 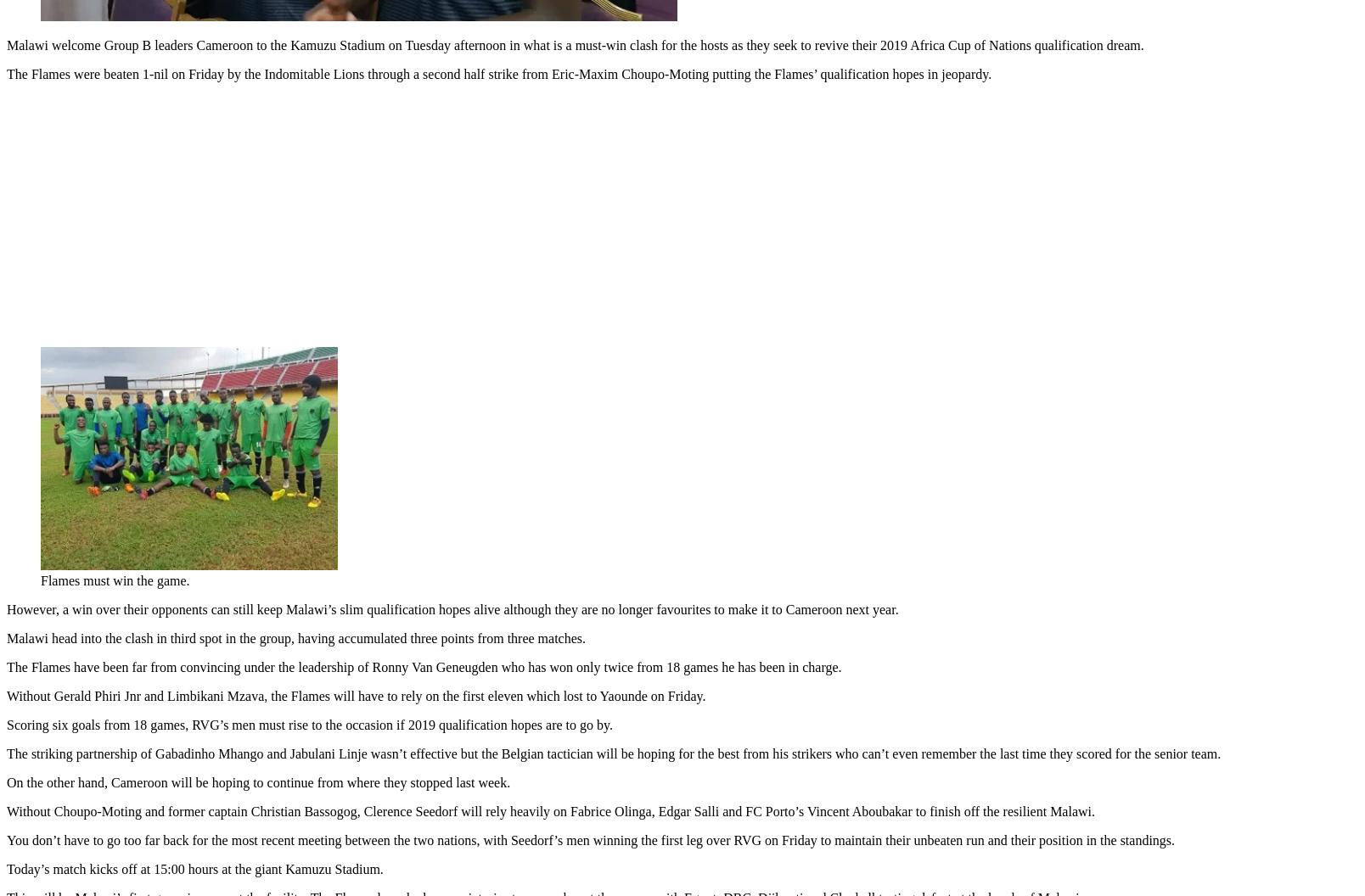 What do you see at coordinates (6, 634) in the screenshot?
I see `'Malawi head into the clash in third spot in the group, having accumulated three points from three matches.'` at bounding box center [6, 634].